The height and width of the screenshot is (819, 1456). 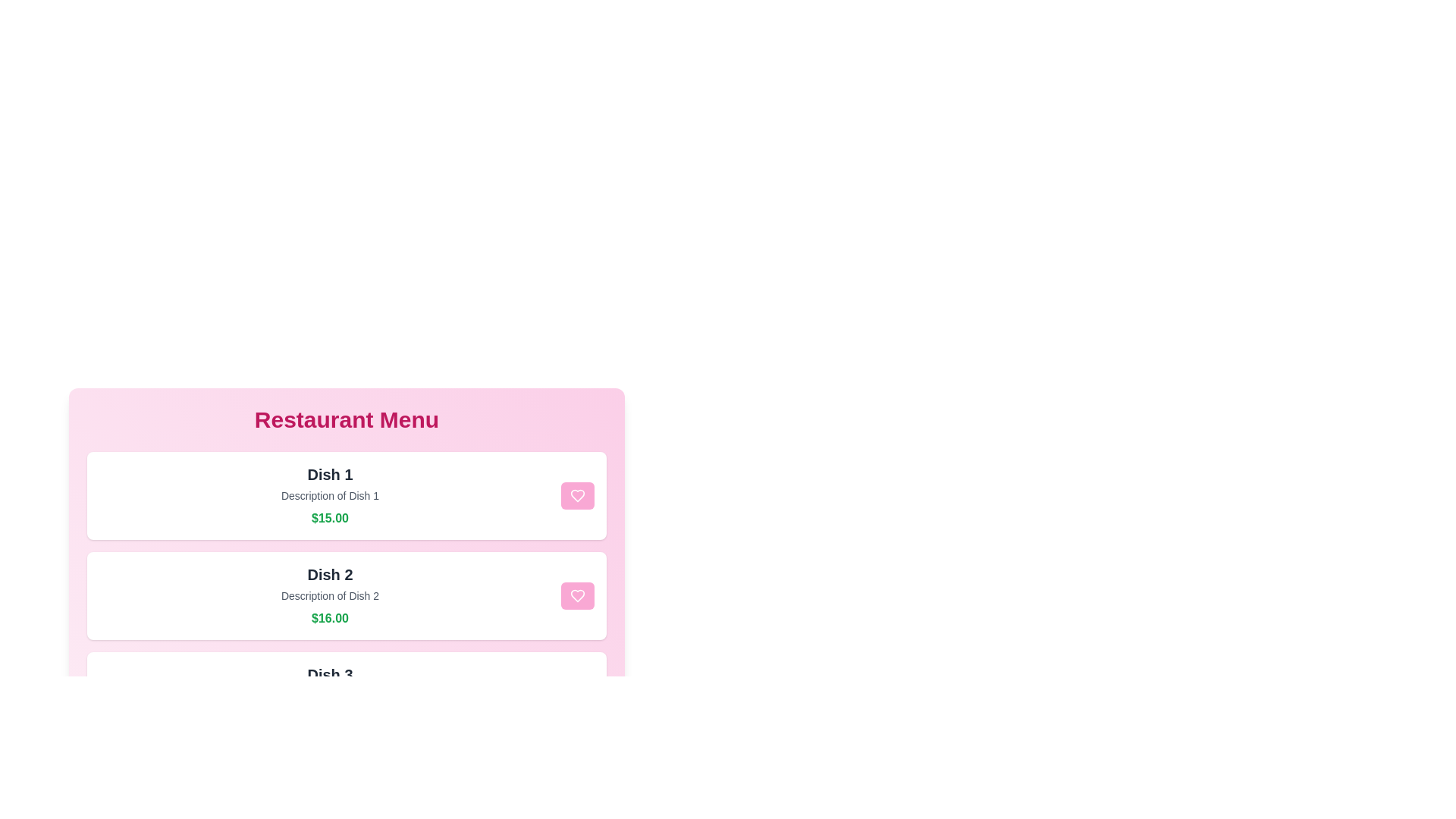 I want to click on the text label displaying '$16.00' in bold green font, located below the description of 'Dish 2' in the menu layout, so click(x=329, y=619).